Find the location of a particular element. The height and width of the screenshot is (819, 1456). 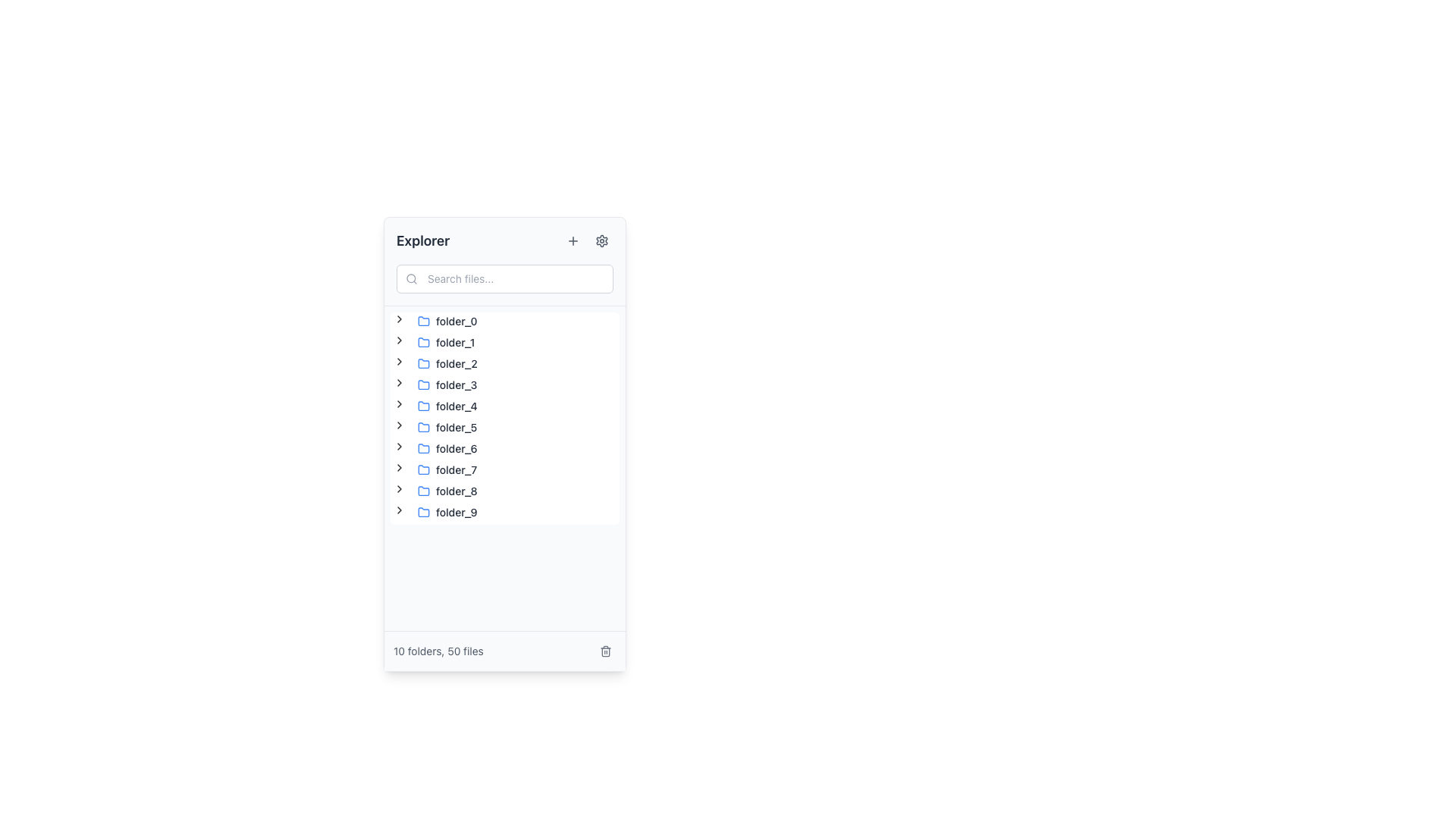

the list item labeled 'folder_3', which consists of a blue folder icon and the text 'folder_3' is located at coordinates (447, 384).